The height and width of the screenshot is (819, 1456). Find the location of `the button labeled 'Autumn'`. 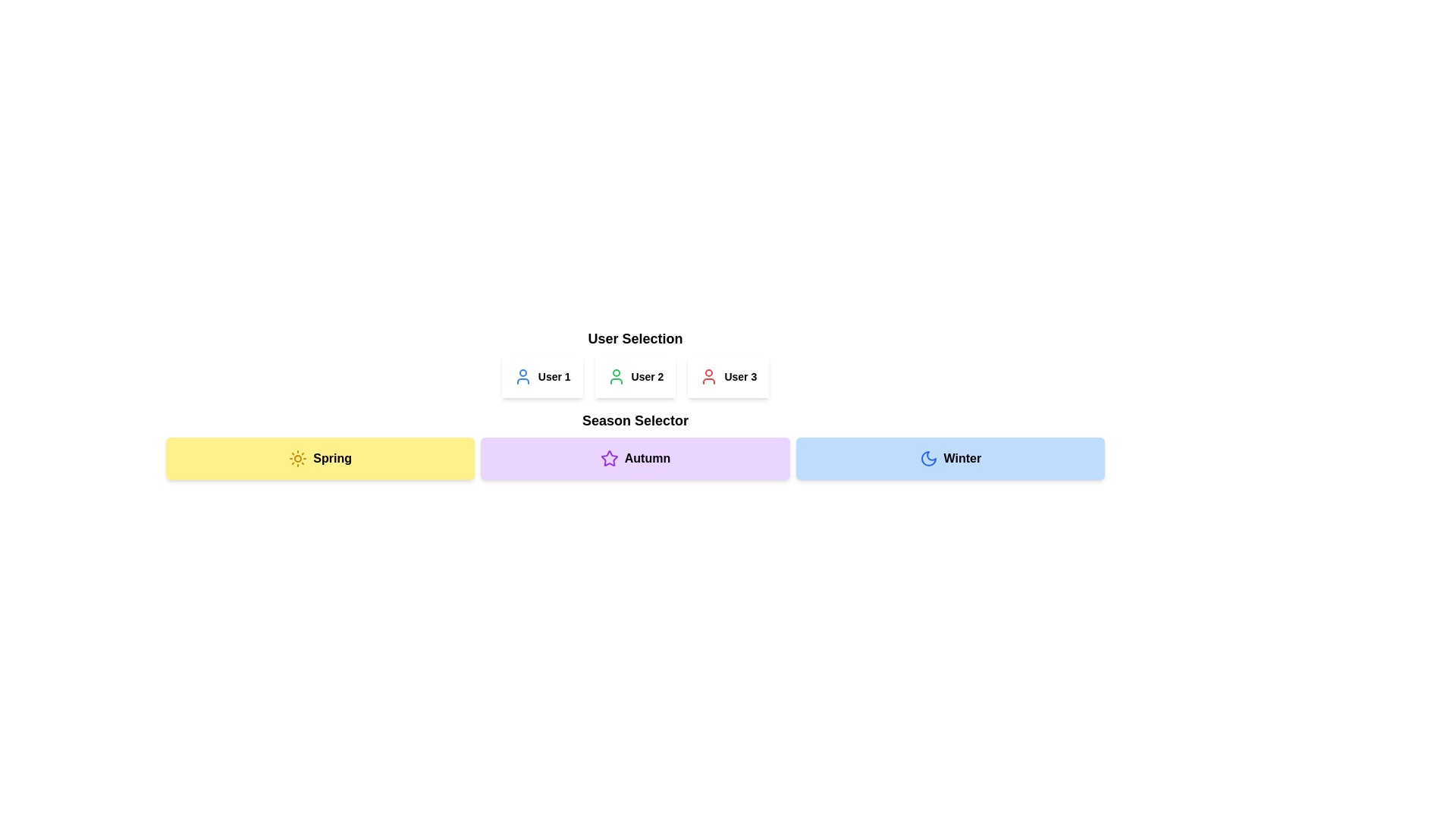

the button labeled 'Autumn' is located at coordinates (635, 458).